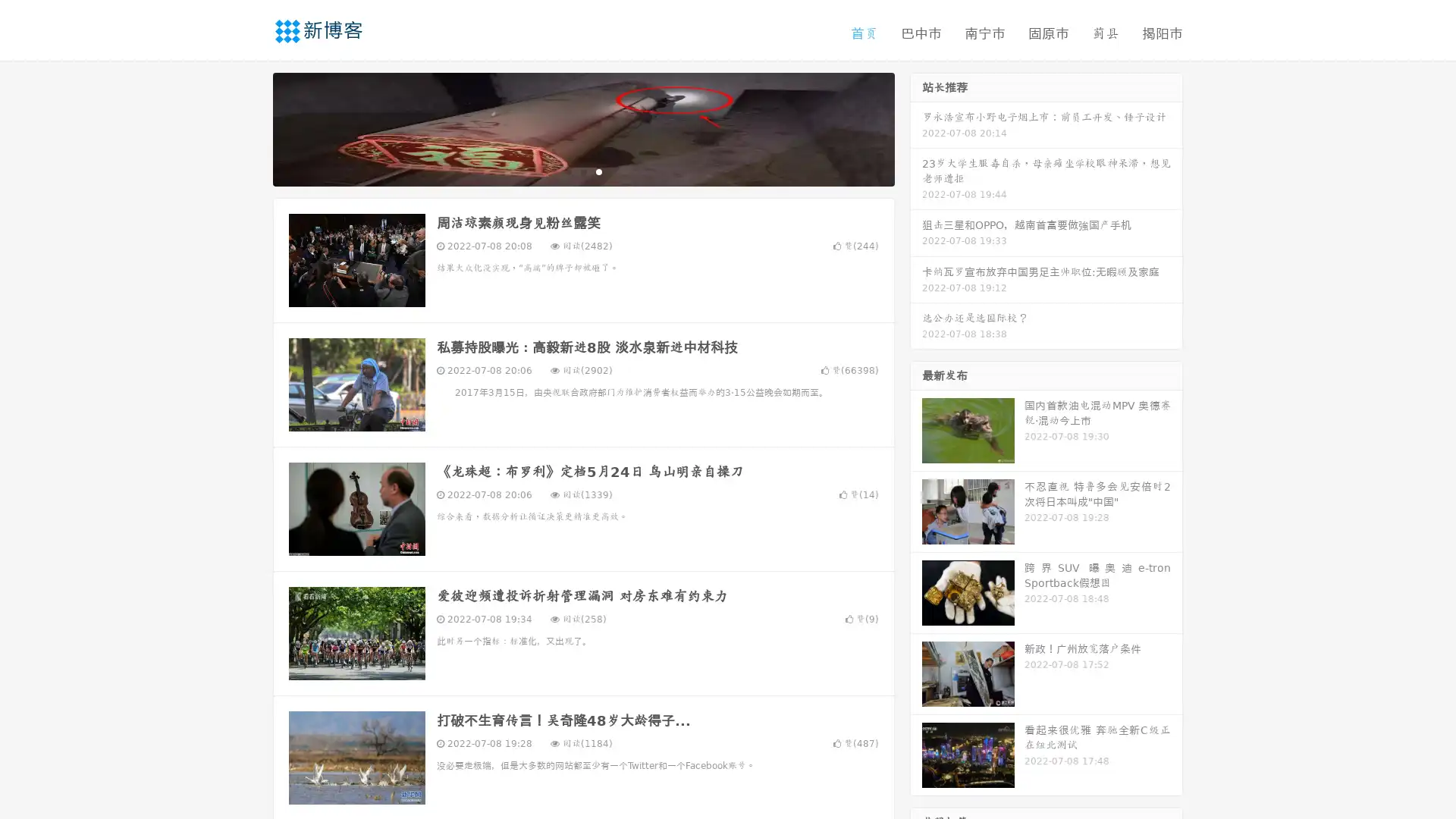 The height and width of the screenshot is (819, 1456). I want to click on Go to slide 2, so click(582, 171).